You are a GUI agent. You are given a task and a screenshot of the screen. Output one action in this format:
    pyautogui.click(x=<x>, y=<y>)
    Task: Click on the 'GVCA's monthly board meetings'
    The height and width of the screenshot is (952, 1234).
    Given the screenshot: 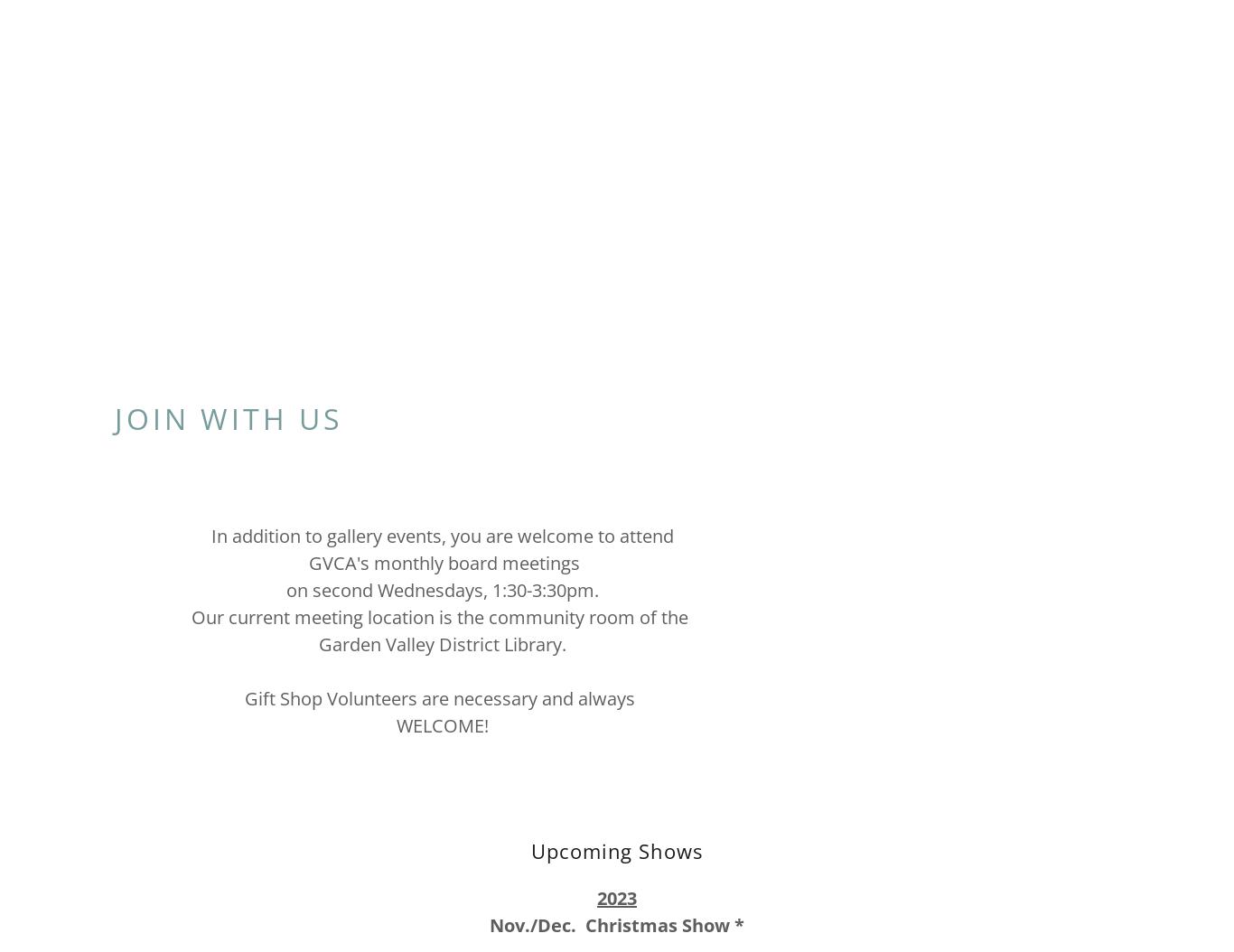 What is the action you would take?
    pyautogui.click(x=442, y=561)
    